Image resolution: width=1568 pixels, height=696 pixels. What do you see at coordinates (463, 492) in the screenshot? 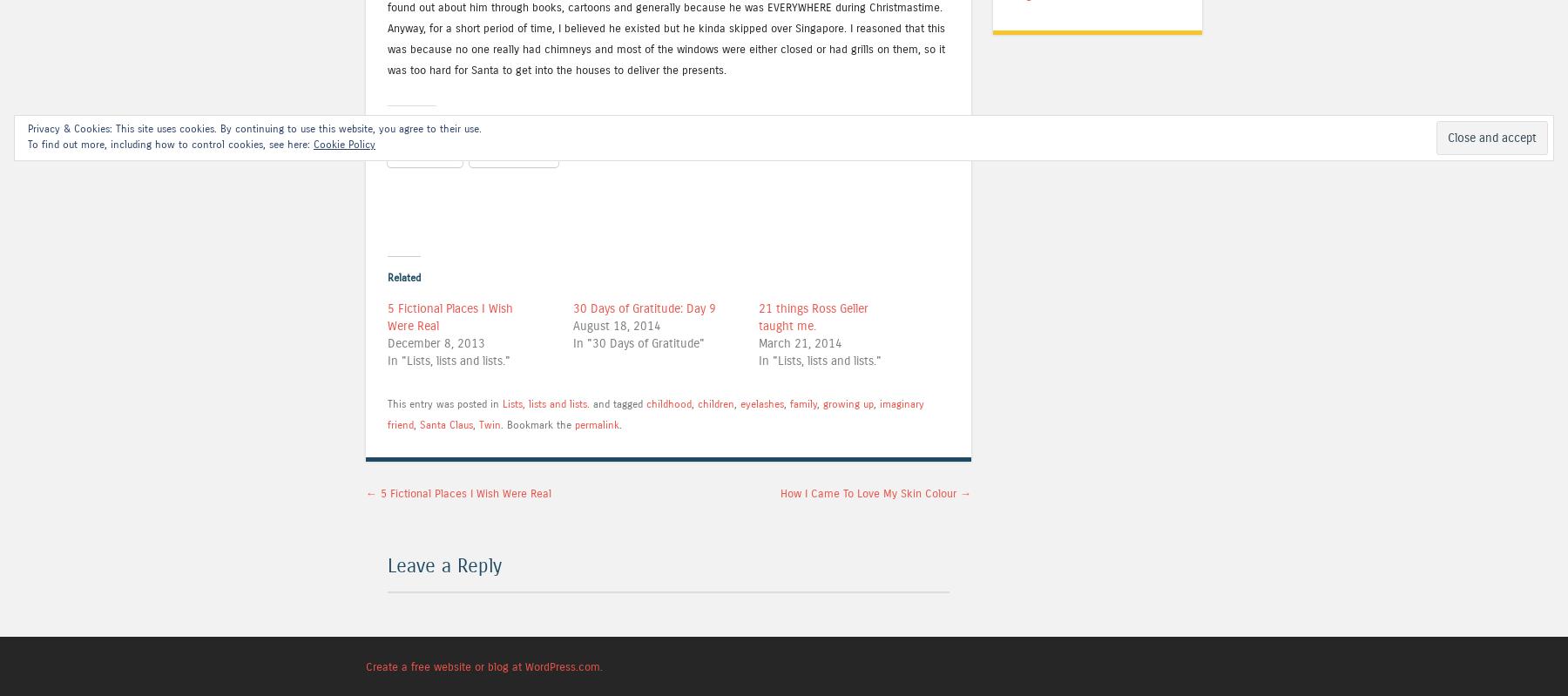
I see `'5 Fictional Places I Wish Were Real'` at bounding box center [463, 492].